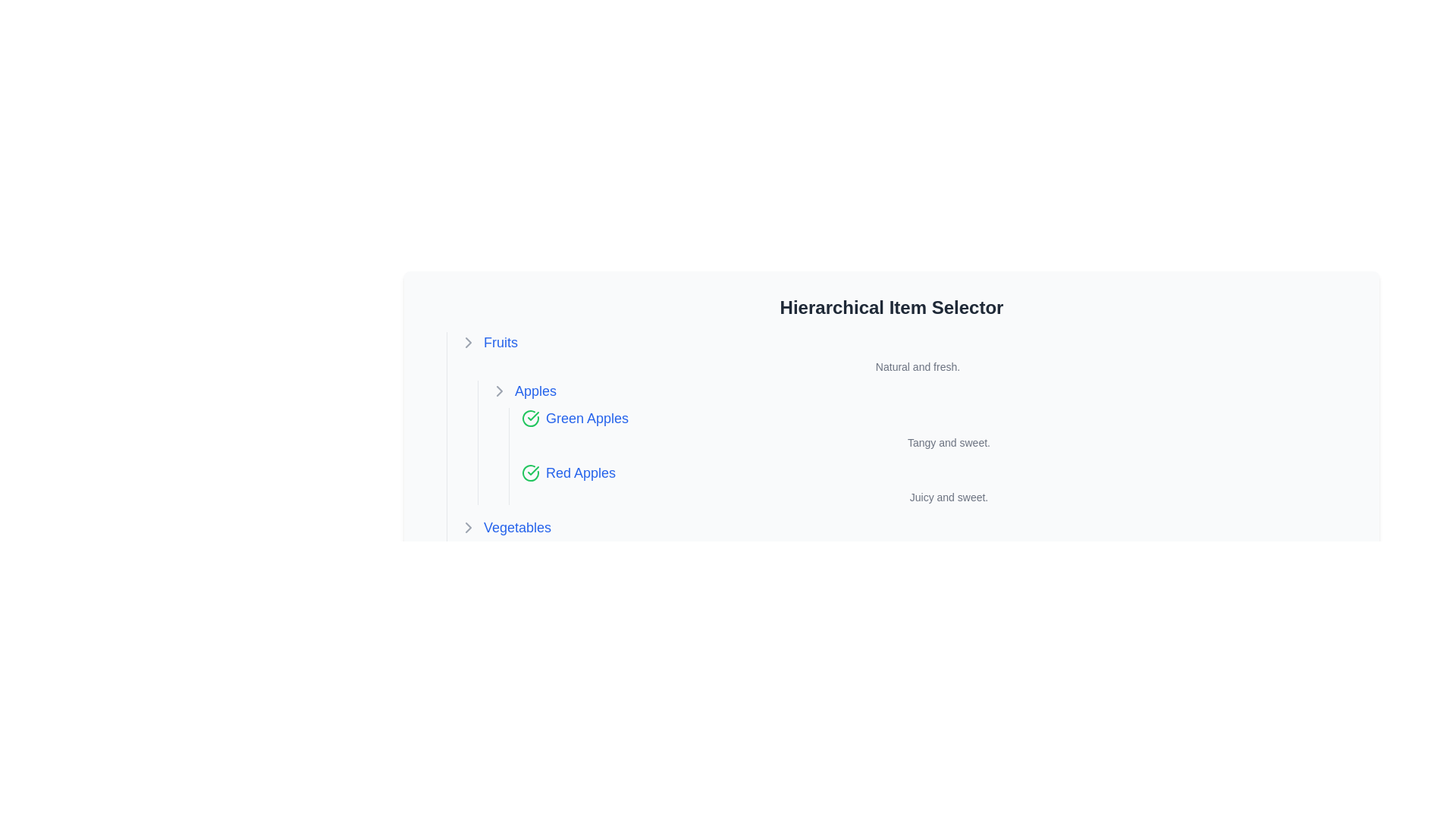  What do you see at coordinates (531, 472) in the screenshot?
I see `the green checkmark icon indicating 'success' status, located to the left of the 'Red Apples' label in the hierarchical item list` at bounding box center [531, 472].